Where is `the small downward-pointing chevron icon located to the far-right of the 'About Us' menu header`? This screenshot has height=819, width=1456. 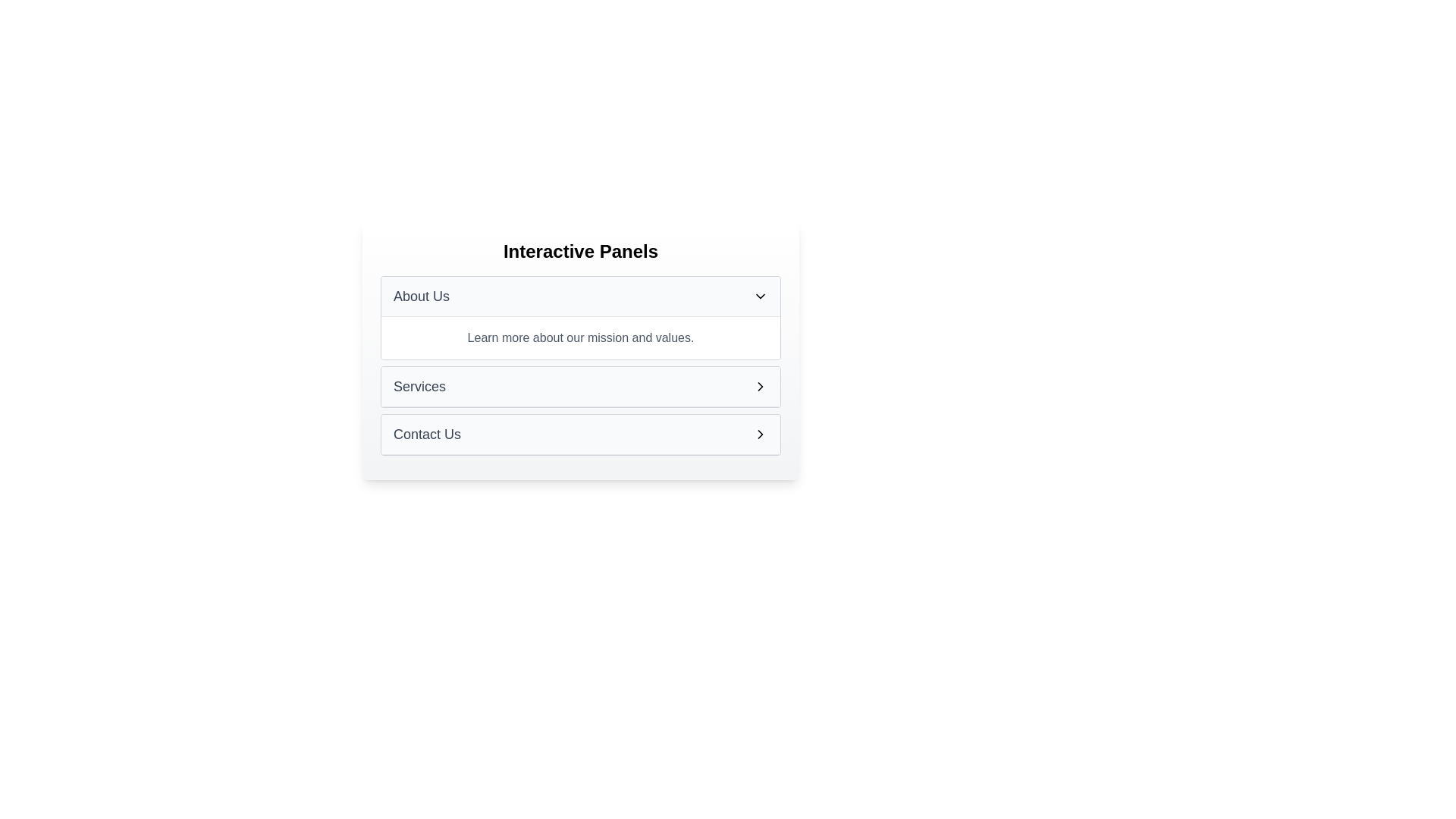
the small downward-pointing chevron icon located to the far-right of the 'About Us' menu header is located at coordinates (761, 296).